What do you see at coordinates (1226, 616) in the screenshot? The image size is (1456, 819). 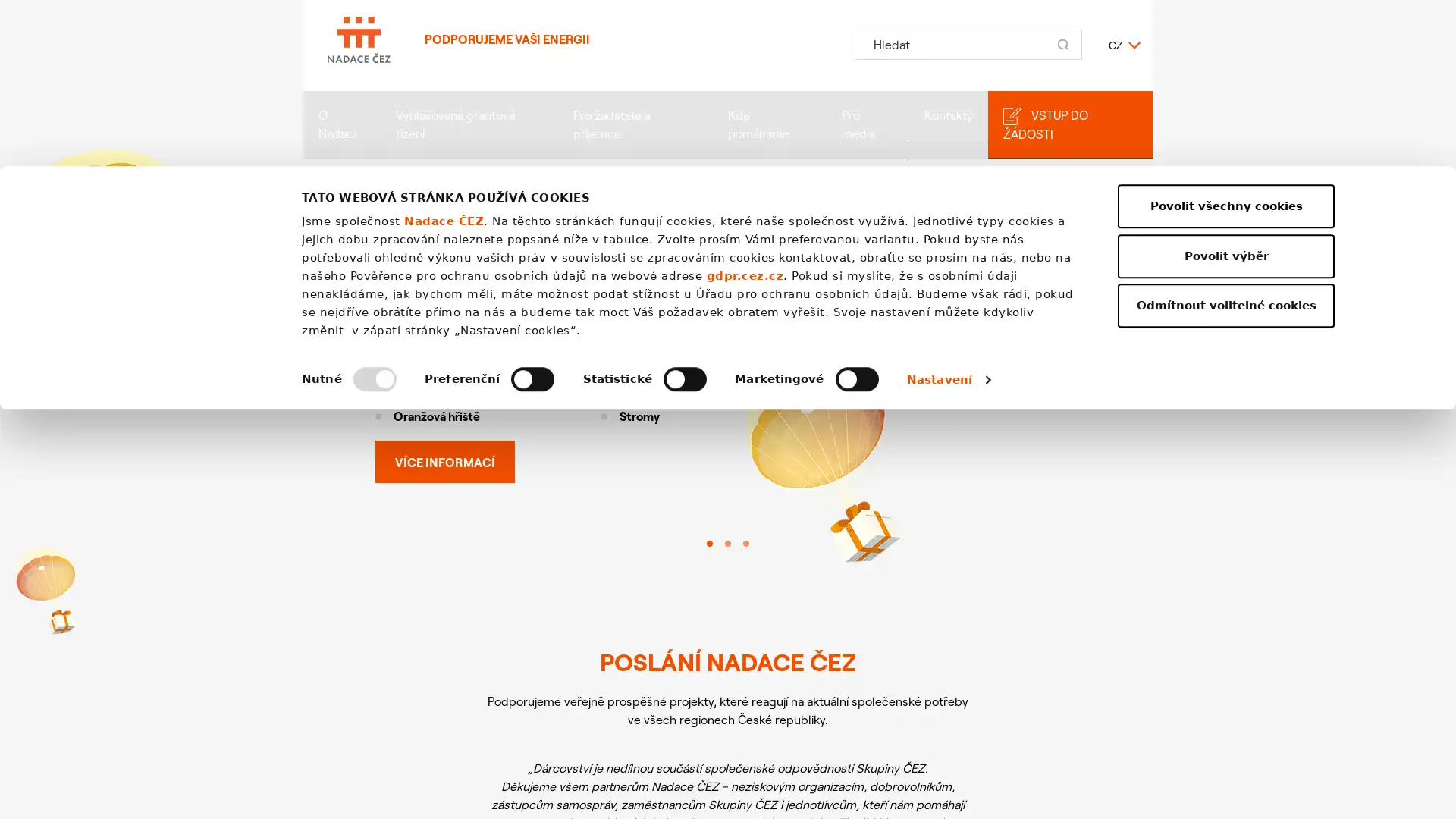 I see `Povolit vsechny cookies` at bounding box center [1226, 616].